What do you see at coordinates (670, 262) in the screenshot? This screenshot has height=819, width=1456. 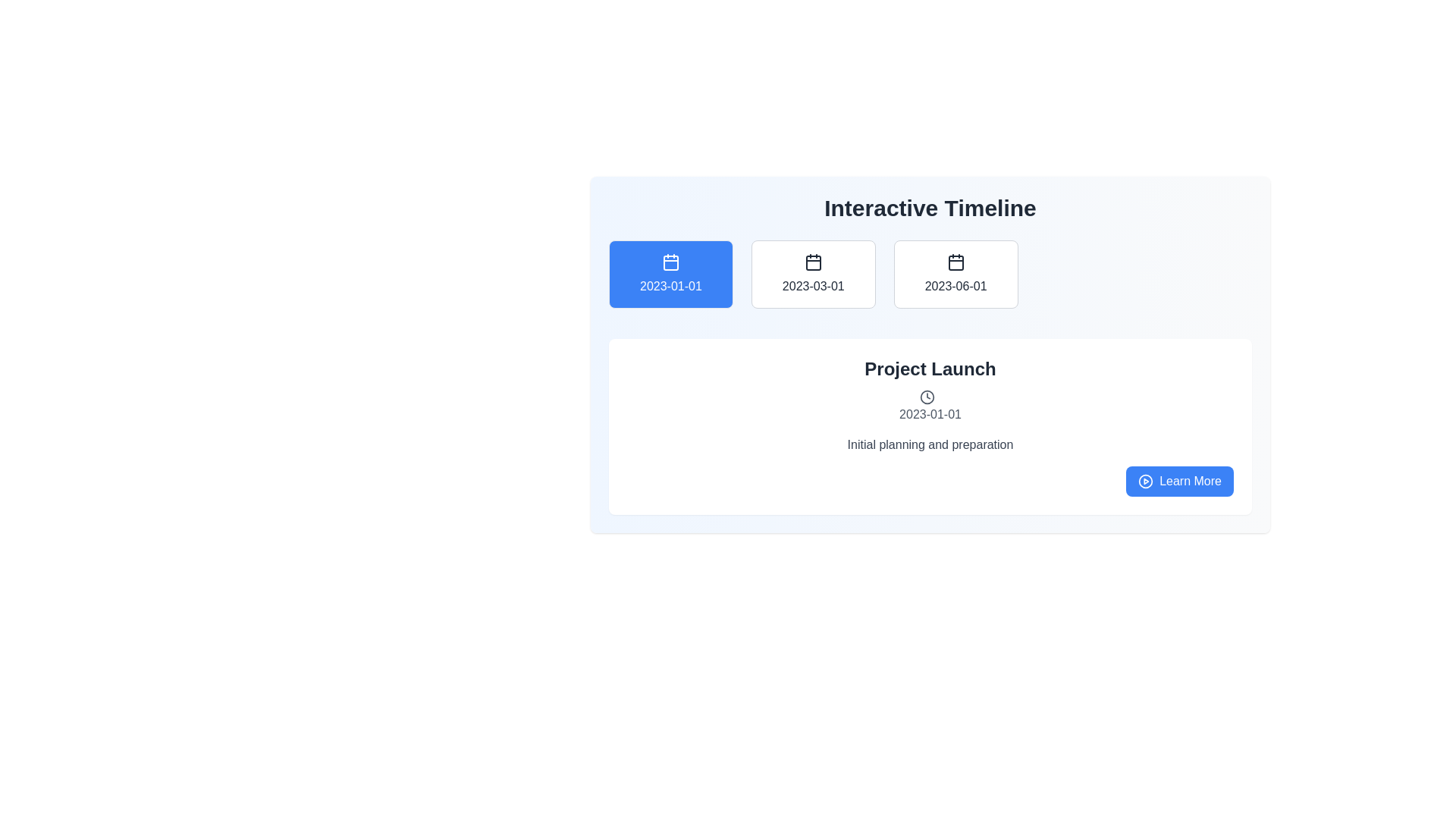 I see `the calendar-shaped icon within the blue rectangular button labeled '2023-01-01', which is the first among three similar buttons at the top of the interface` at bounding box center [670, 262].